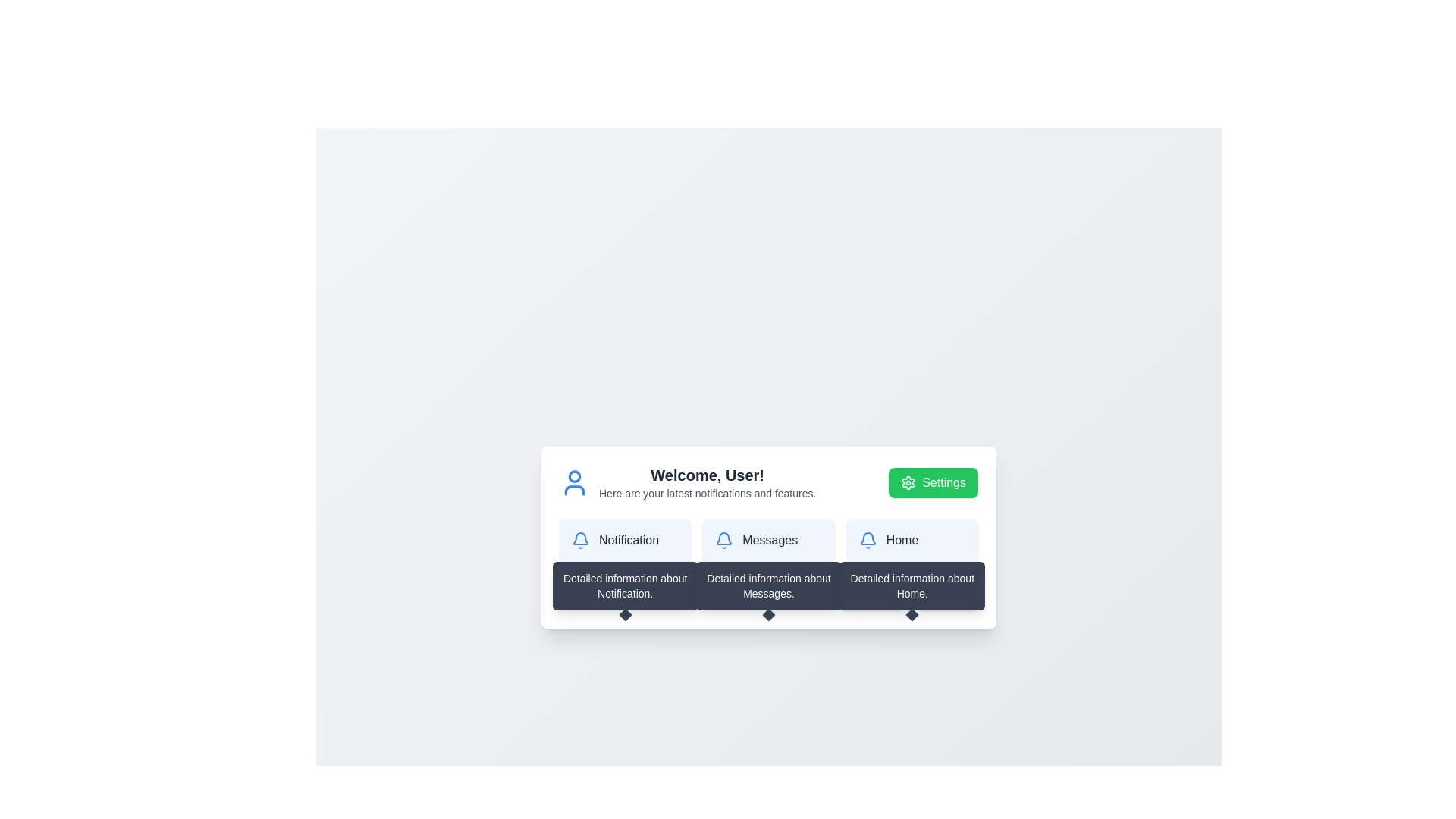 This screenshot has height=819, width=1456. What do you see at coordinates (707, 494) in the screenshot?
I see `the text label displaying 'Here are your latest notifications and features.' which is positioned directly below 'Welcome, User!'` at bounding box center [707, 494].